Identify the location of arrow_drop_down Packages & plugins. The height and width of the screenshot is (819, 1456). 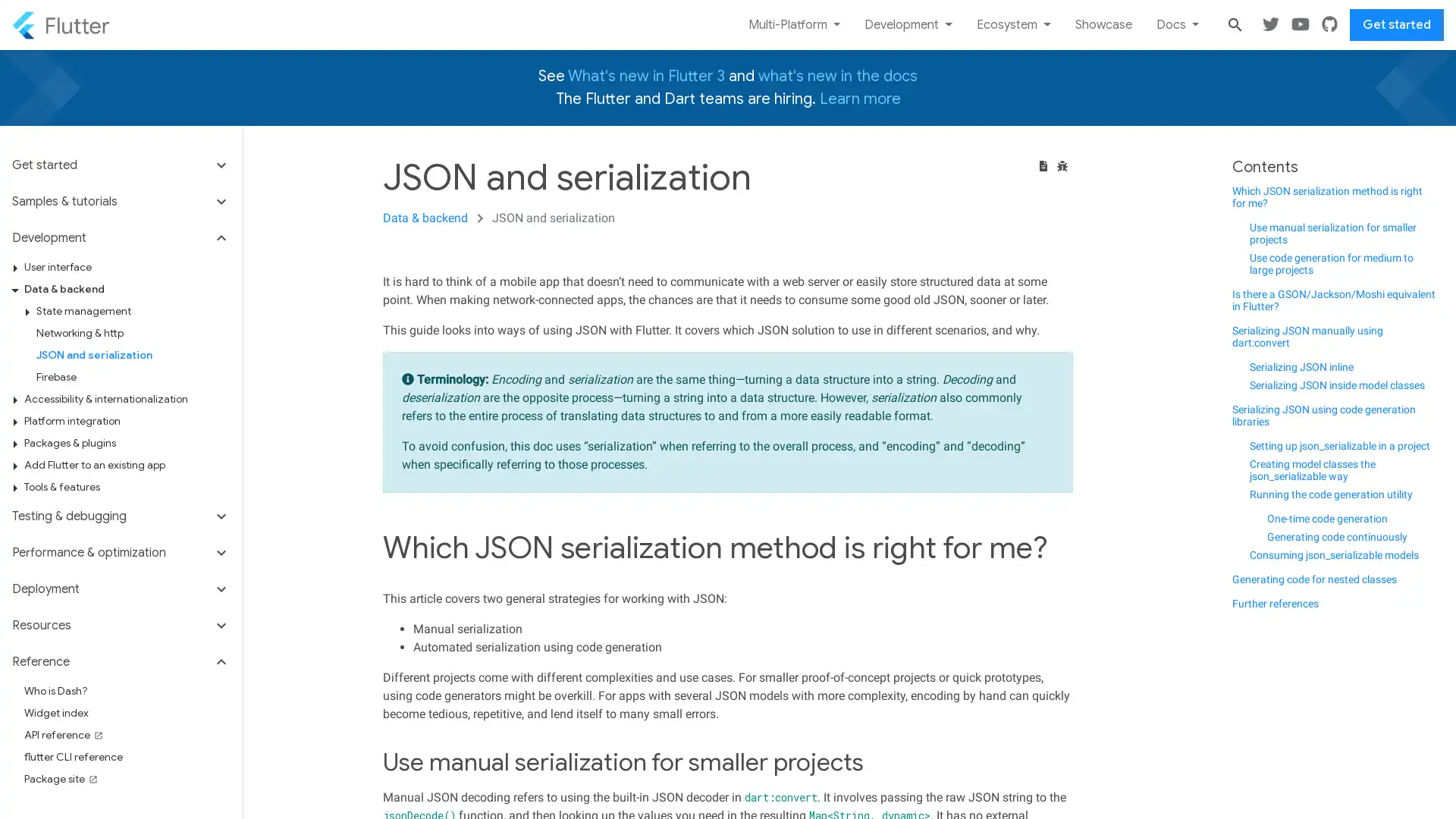
(127, 443).